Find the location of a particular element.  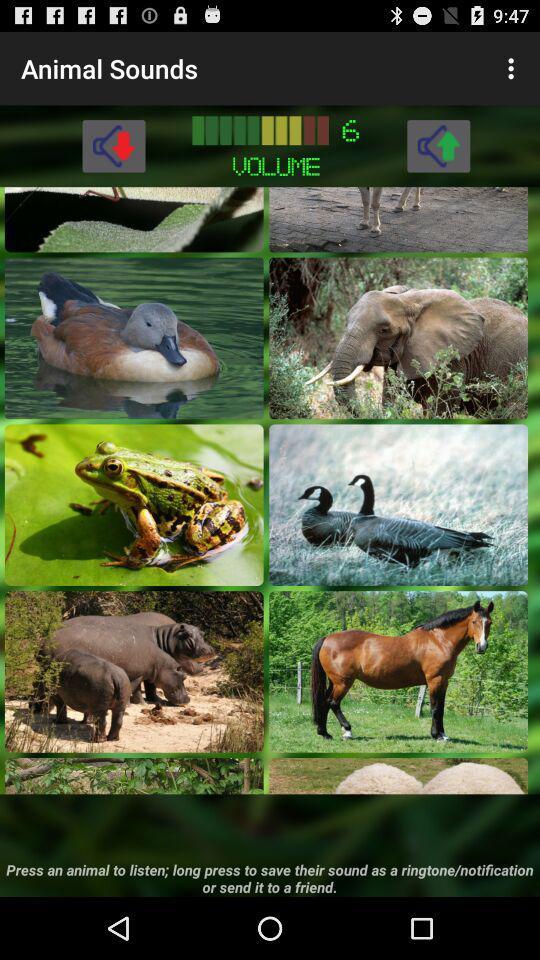

press to listen is located at coordinates (398, 775).